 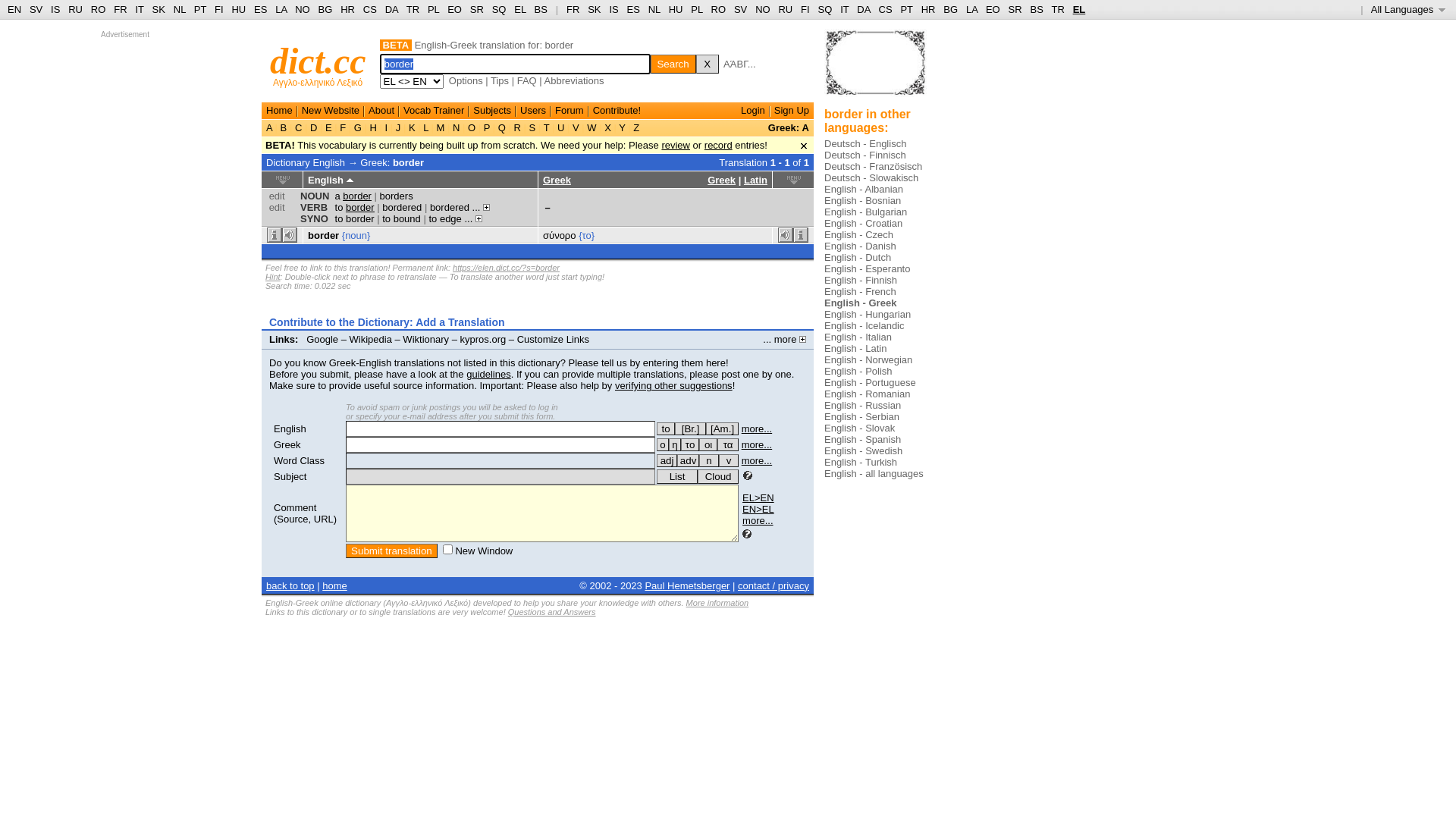 I want to click on 'Google', so click(x=322, y=338).